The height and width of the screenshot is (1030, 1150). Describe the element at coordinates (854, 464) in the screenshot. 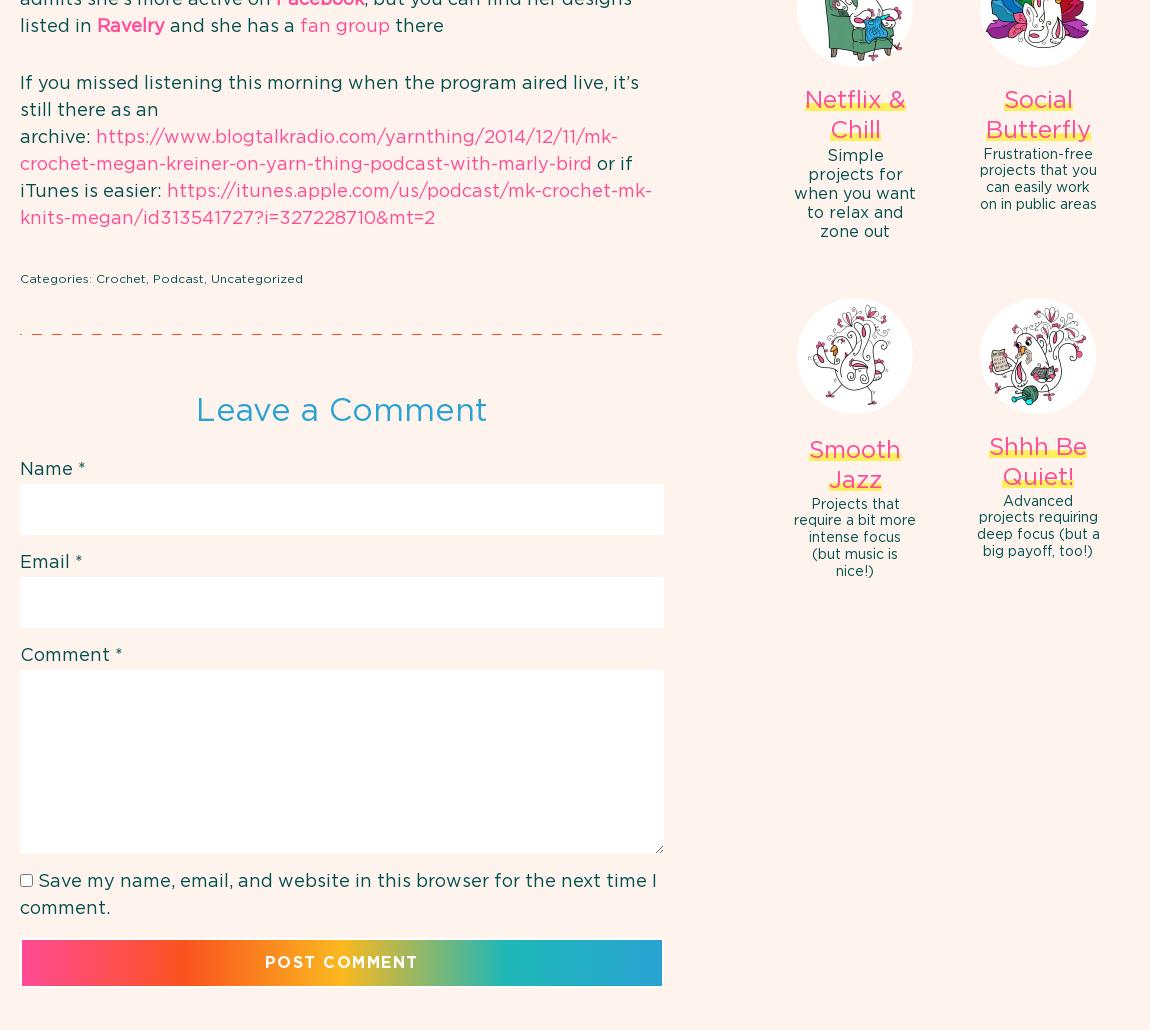

I see `'Smooth Jazz'` at that location.